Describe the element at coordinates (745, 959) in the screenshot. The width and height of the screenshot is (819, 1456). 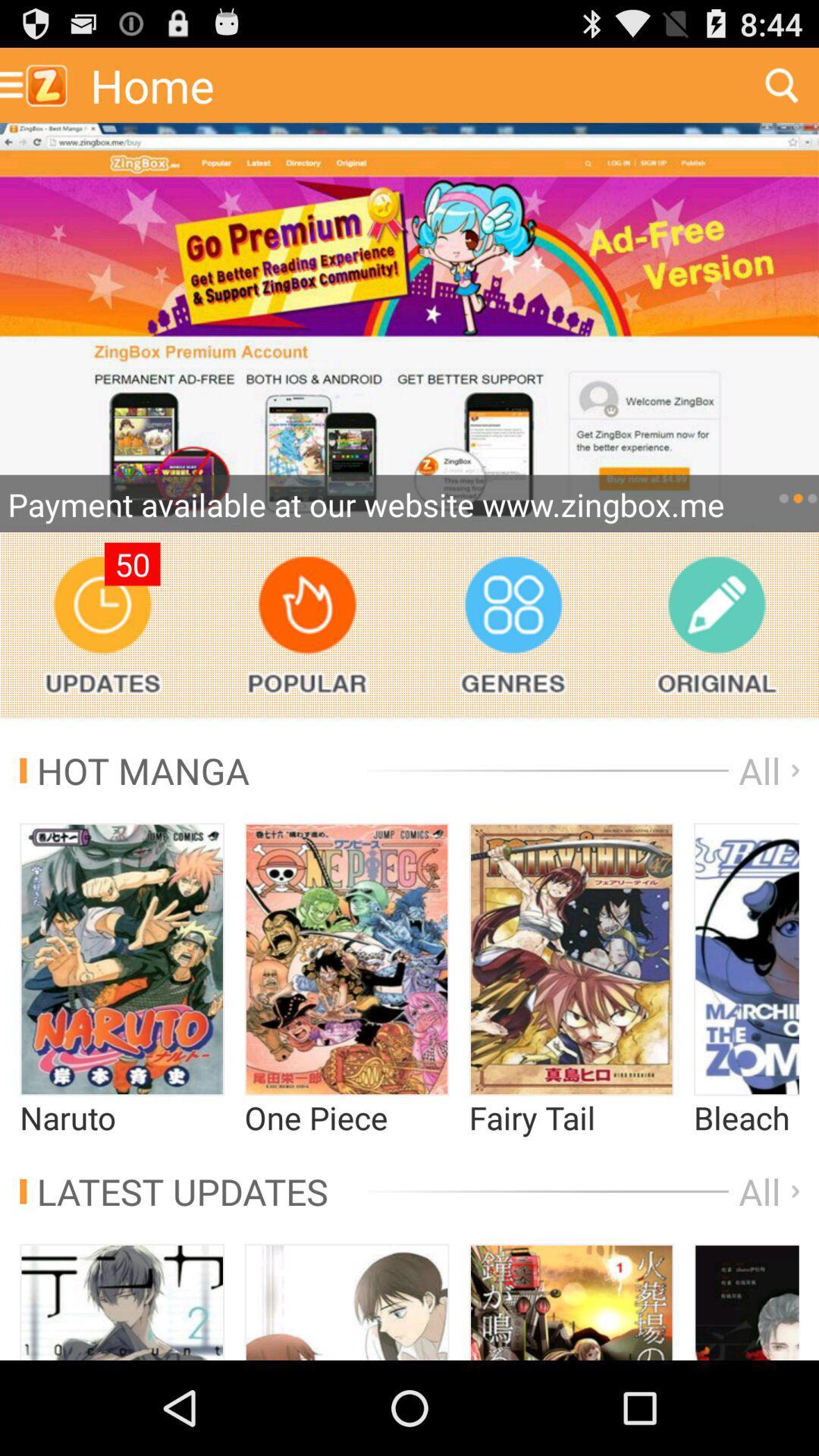
I see `movie image` at that location.